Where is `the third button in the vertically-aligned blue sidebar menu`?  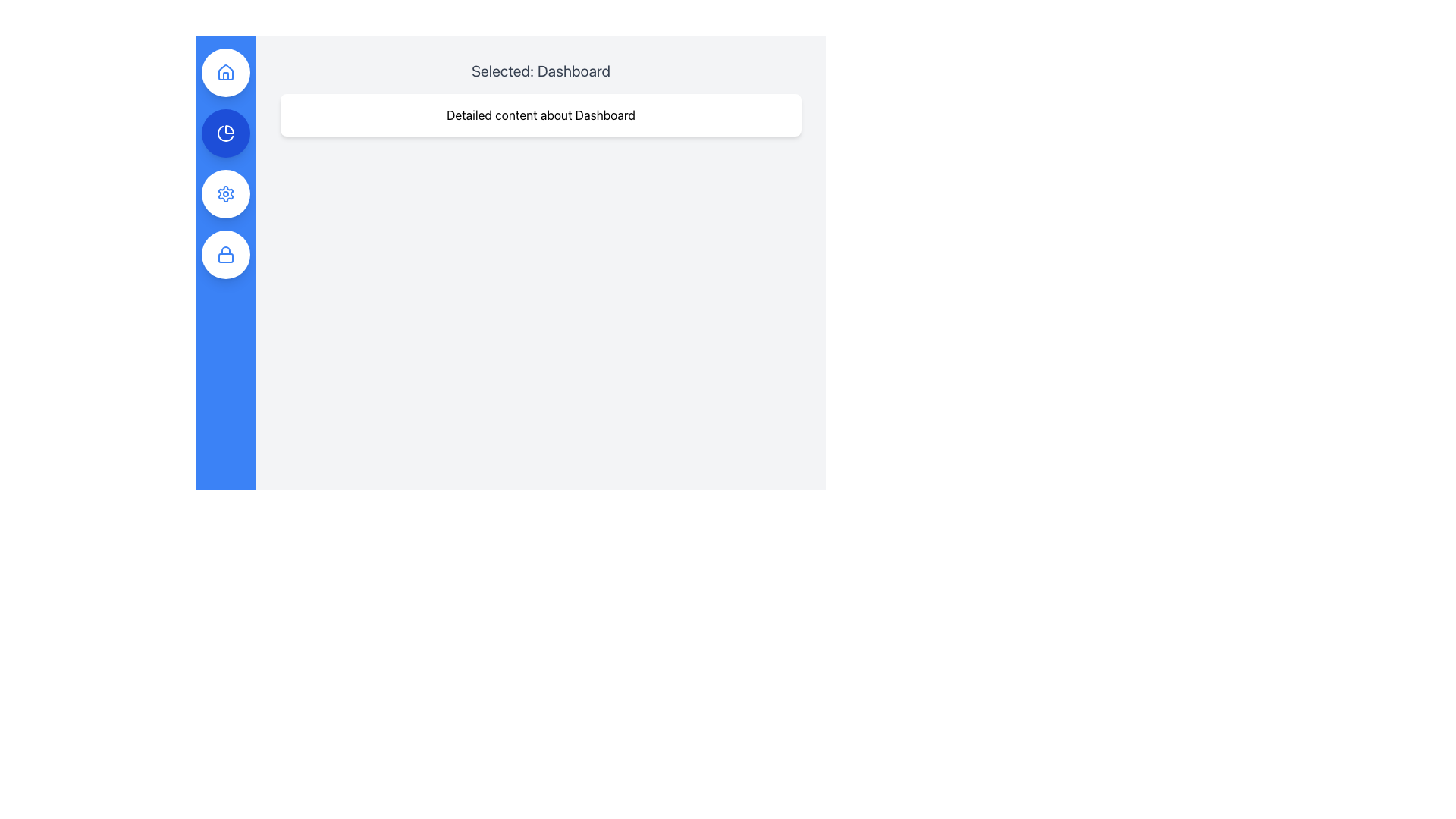 the third button in the vertically-aligned blue sidebar menu is located at coordinates (224, 193).